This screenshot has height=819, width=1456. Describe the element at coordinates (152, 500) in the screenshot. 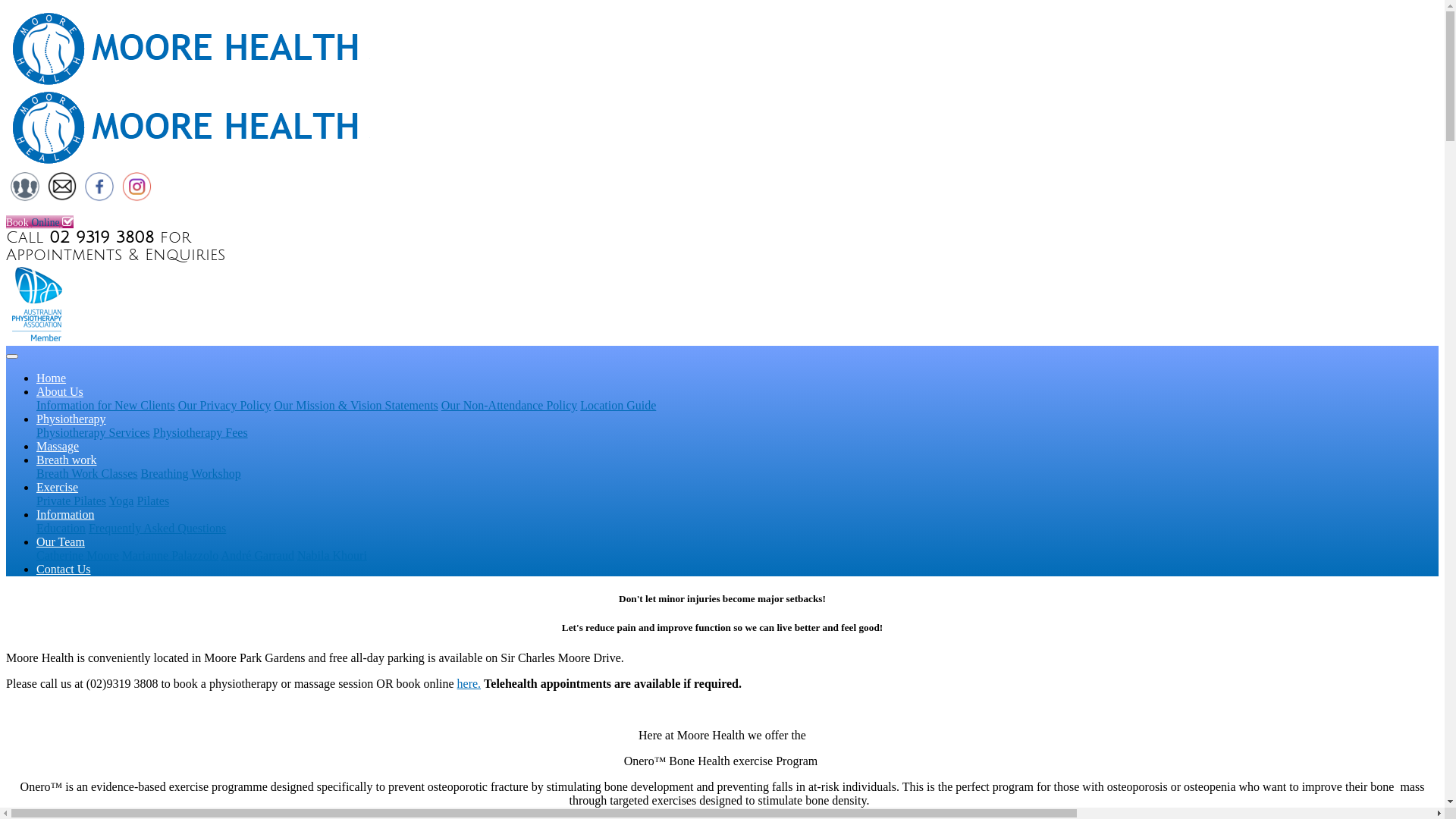

I see `'Pilates'` at that location.